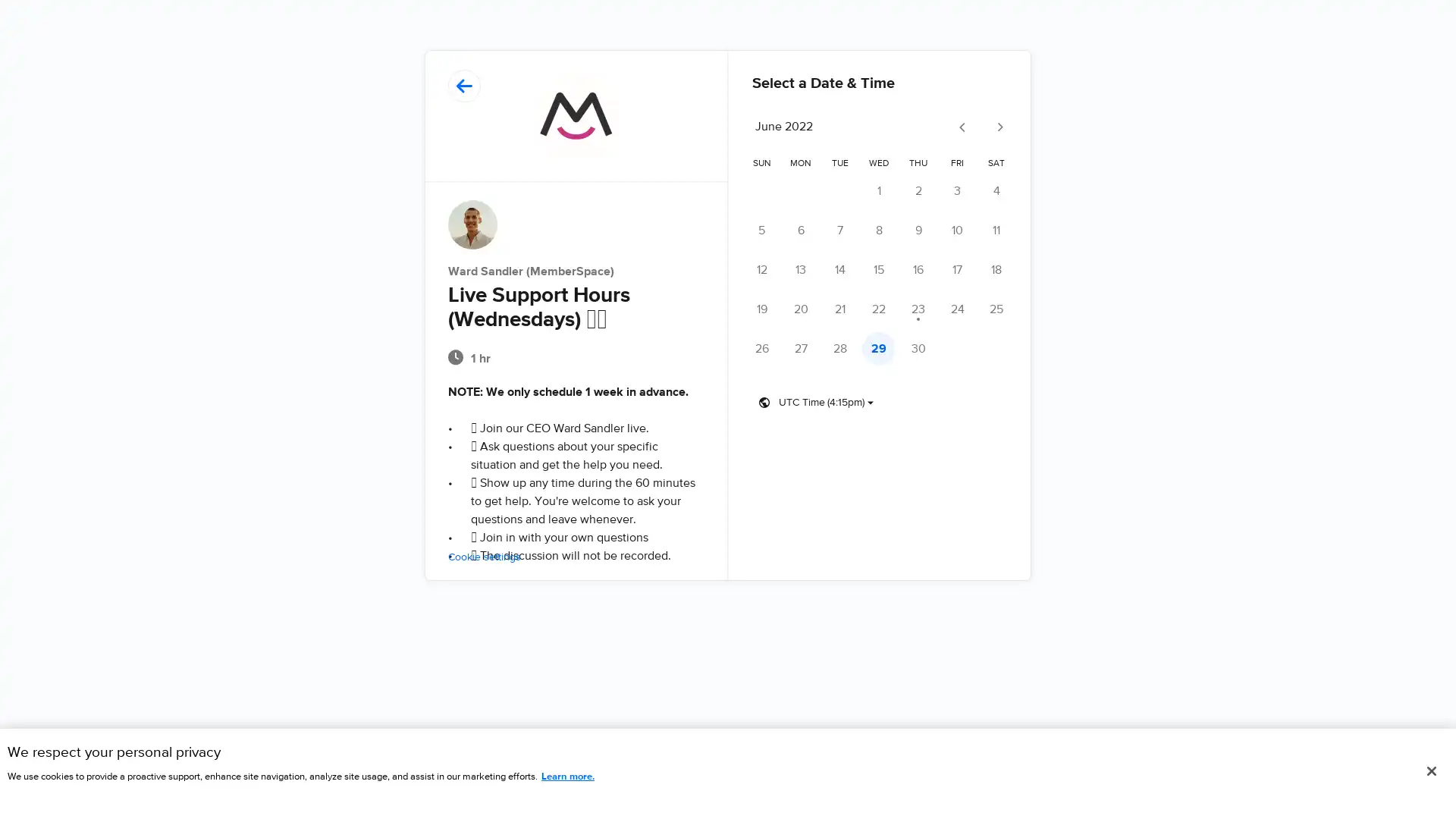  I want to click on Close, so click(1430, 771).